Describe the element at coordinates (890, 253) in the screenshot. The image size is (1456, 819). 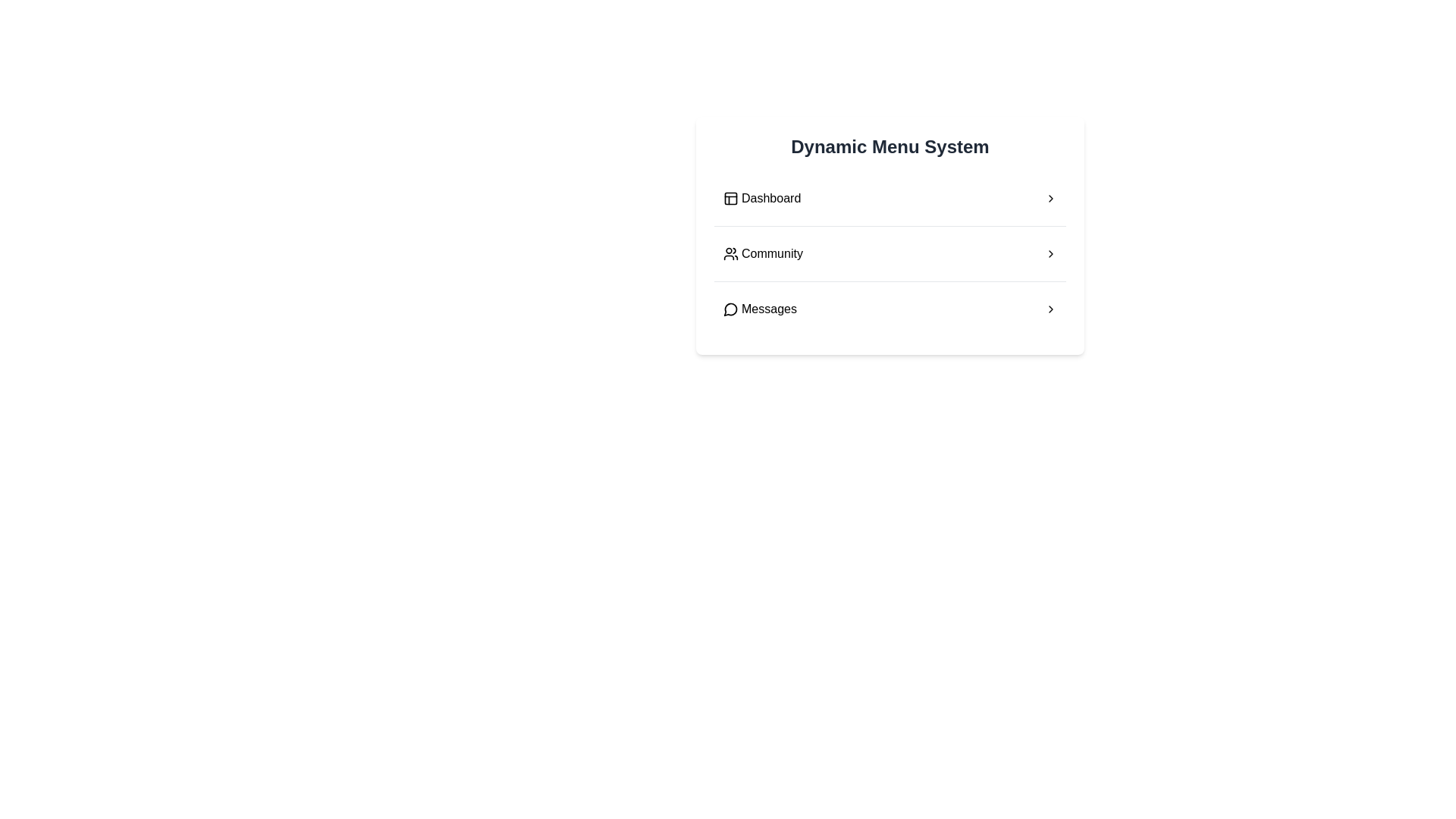
I see `the second item in the vertical navigational menu that leads to the 'Community' section` at that location.